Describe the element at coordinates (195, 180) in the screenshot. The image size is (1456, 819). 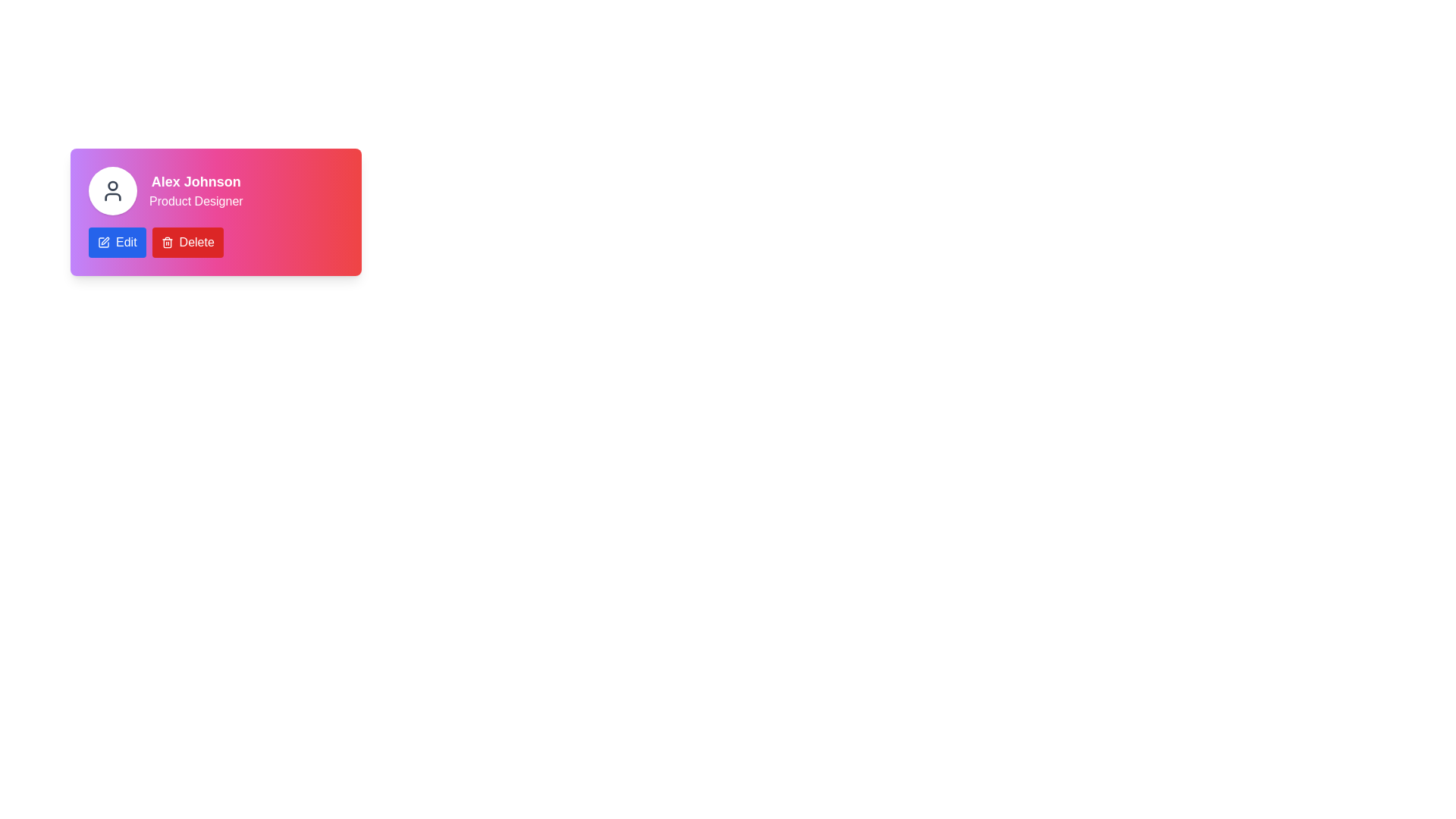
I see `the Text Label that displays the name of a user, positioned in the top-left portion of the user profile card, above the 'Product Designer' text and near the circular user icon` at that location.